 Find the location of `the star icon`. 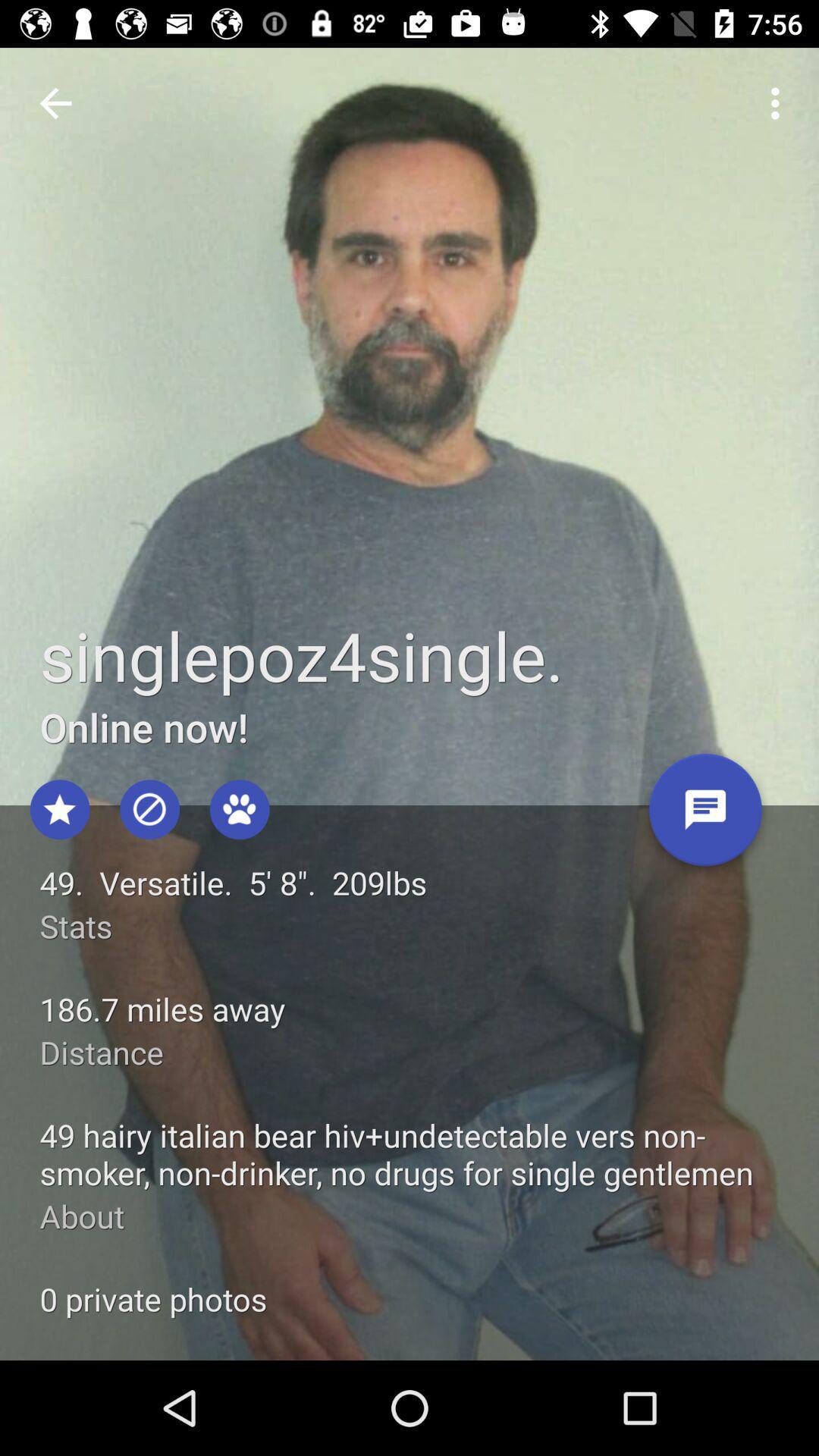

the star icon is located at coordinates (59, 808).